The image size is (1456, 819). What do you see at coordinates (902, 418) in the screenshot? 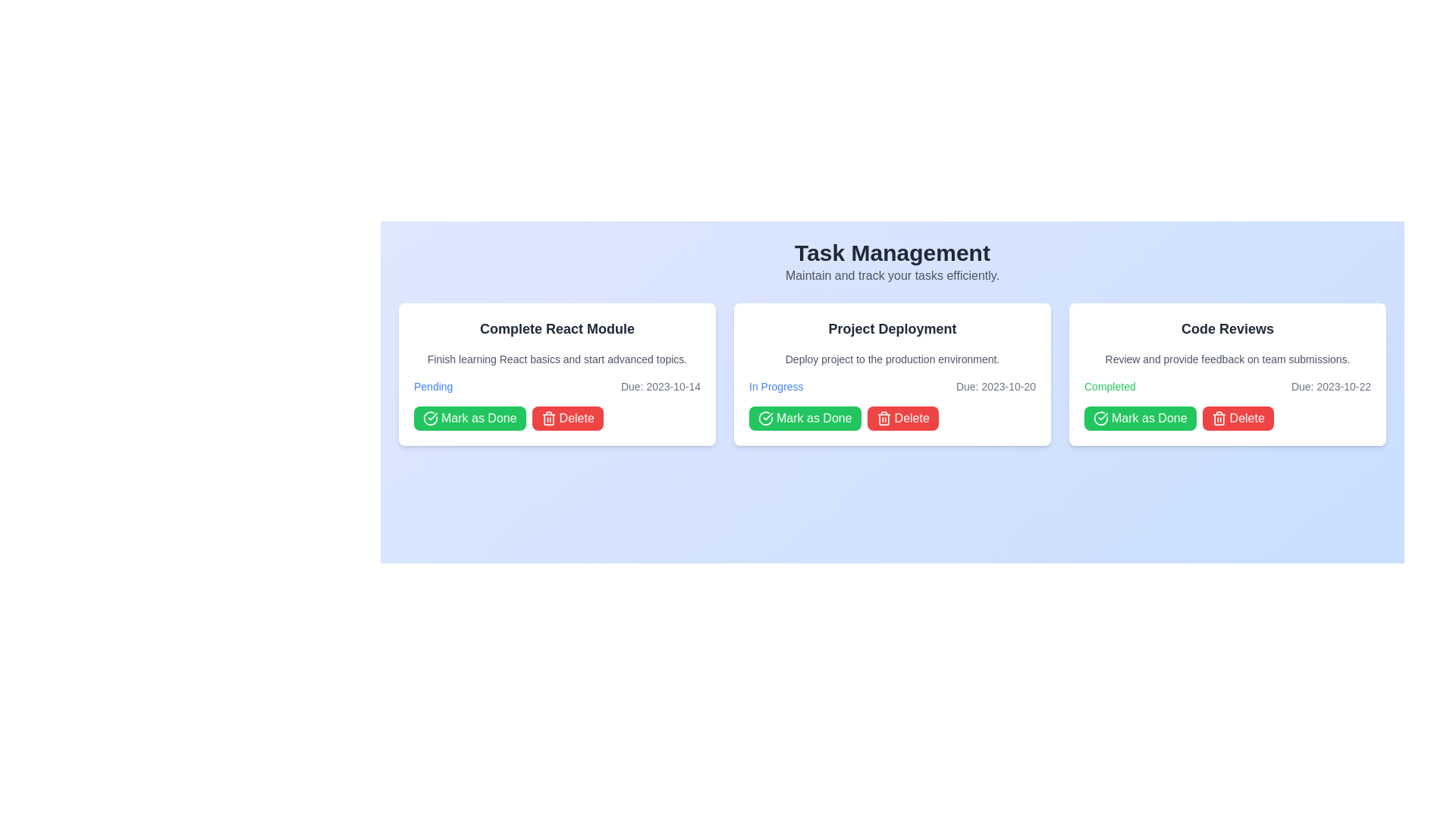
I see `the delete button located to the right of the 'Mark as Done' button in the task card titled 'Project Deployment'` at bounding box center [902, 418].